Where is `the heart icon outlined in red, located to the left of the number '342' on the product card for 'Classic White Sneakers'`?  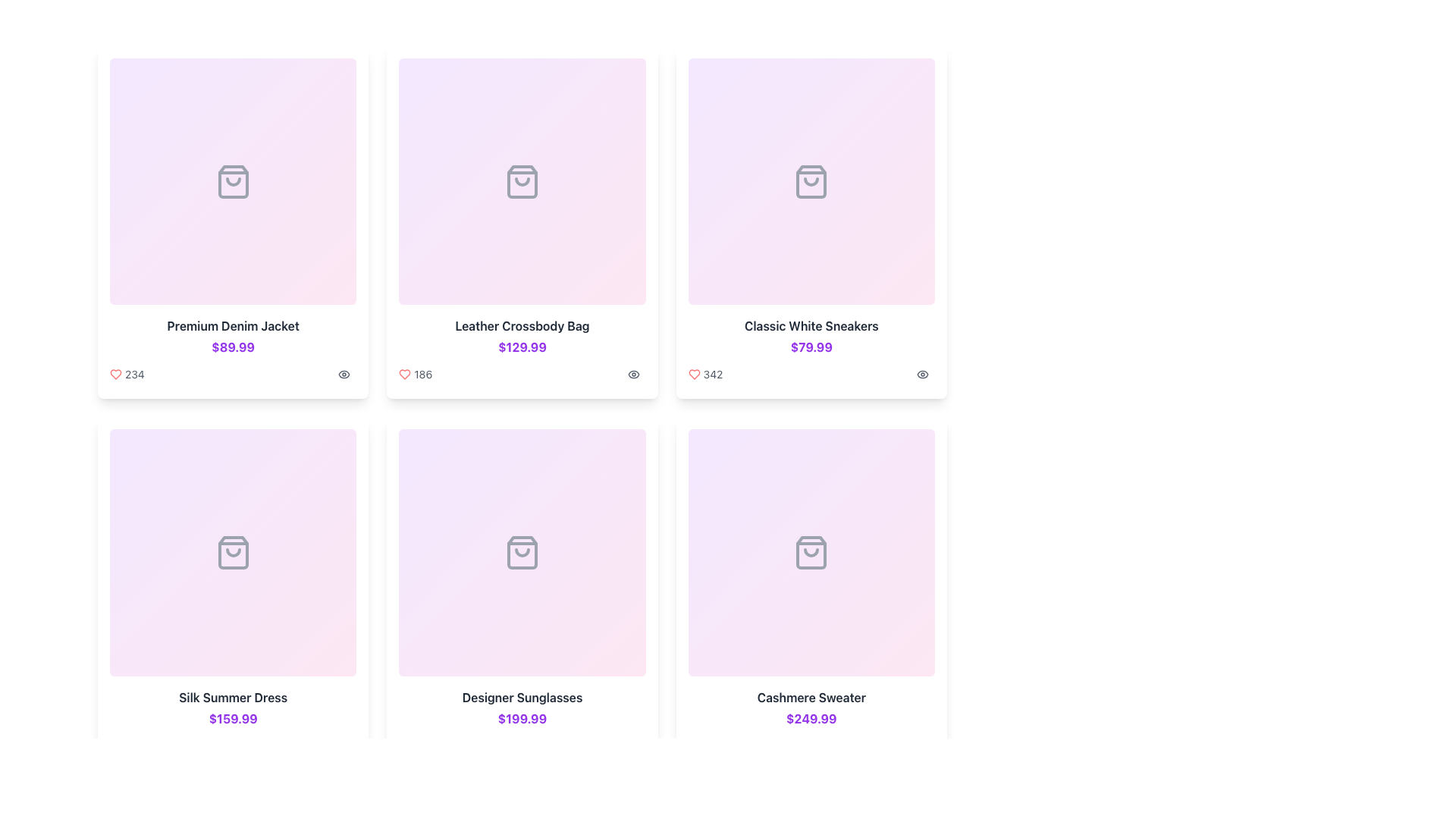
the heart icon outlined in red, located to the left of the number '342' on the product card for 'Classic White Sneakers' is located at coordinates (693, 375).